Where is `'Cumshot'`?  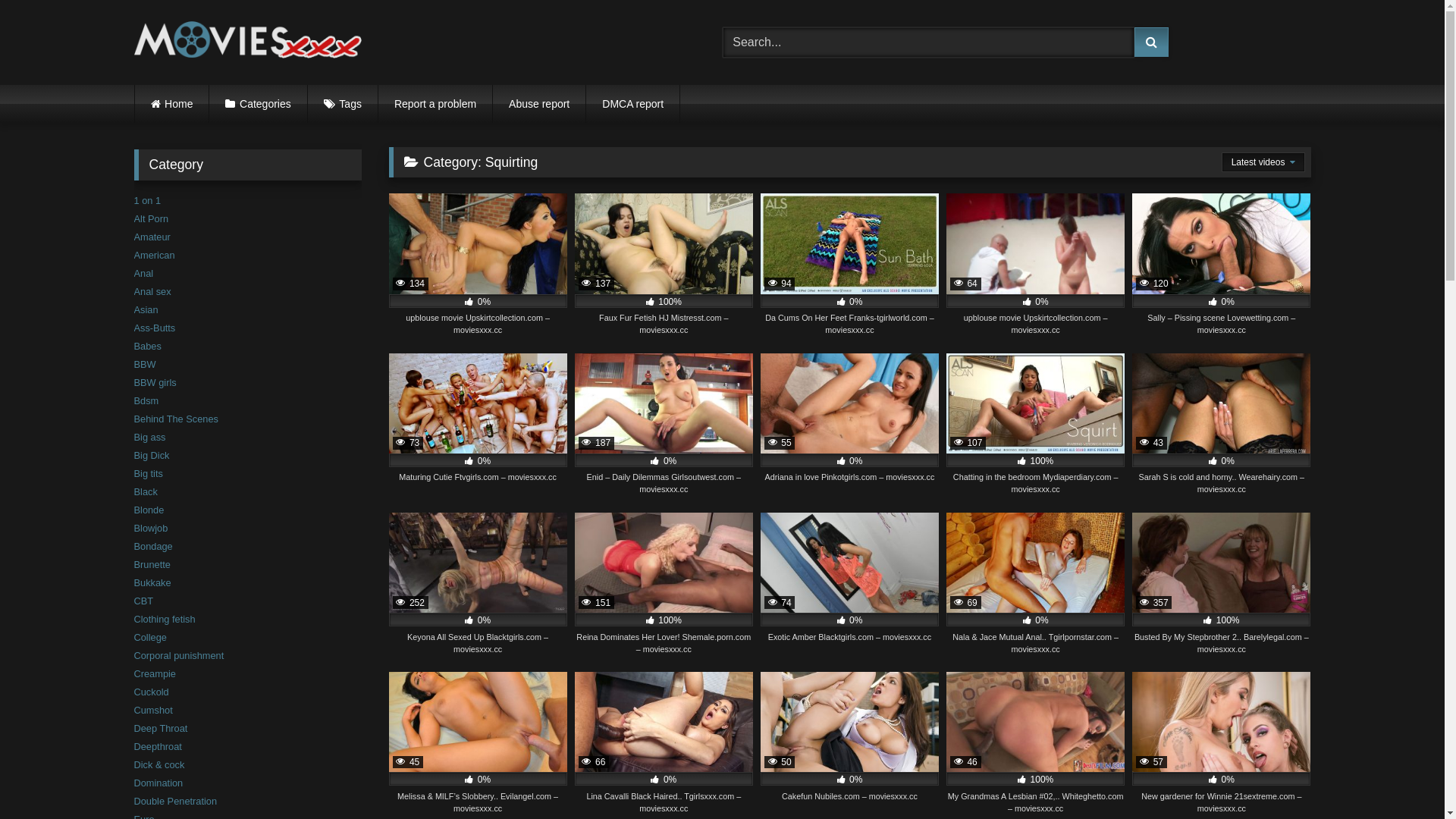 'Cumshot' is located at coordinates (152, 710).